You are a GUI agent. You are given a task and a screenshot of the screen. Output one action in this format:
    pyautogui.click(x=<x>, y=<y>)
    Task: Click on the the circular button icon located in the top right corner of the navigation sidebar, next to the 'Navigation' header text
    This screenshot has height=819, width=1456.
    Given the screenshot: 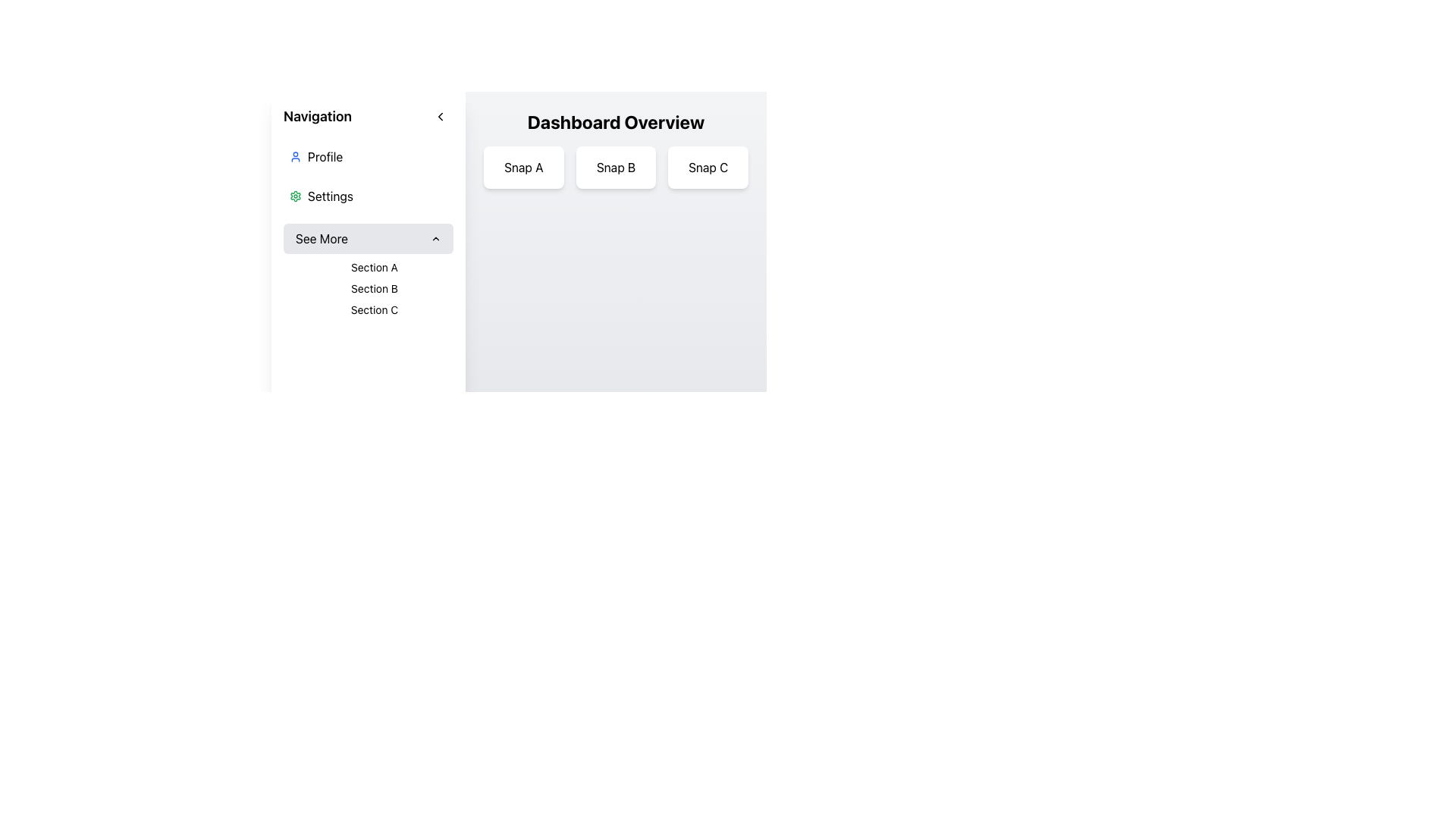 What is the action you would take?
    pyautogui.click(x=439, y=116)
    